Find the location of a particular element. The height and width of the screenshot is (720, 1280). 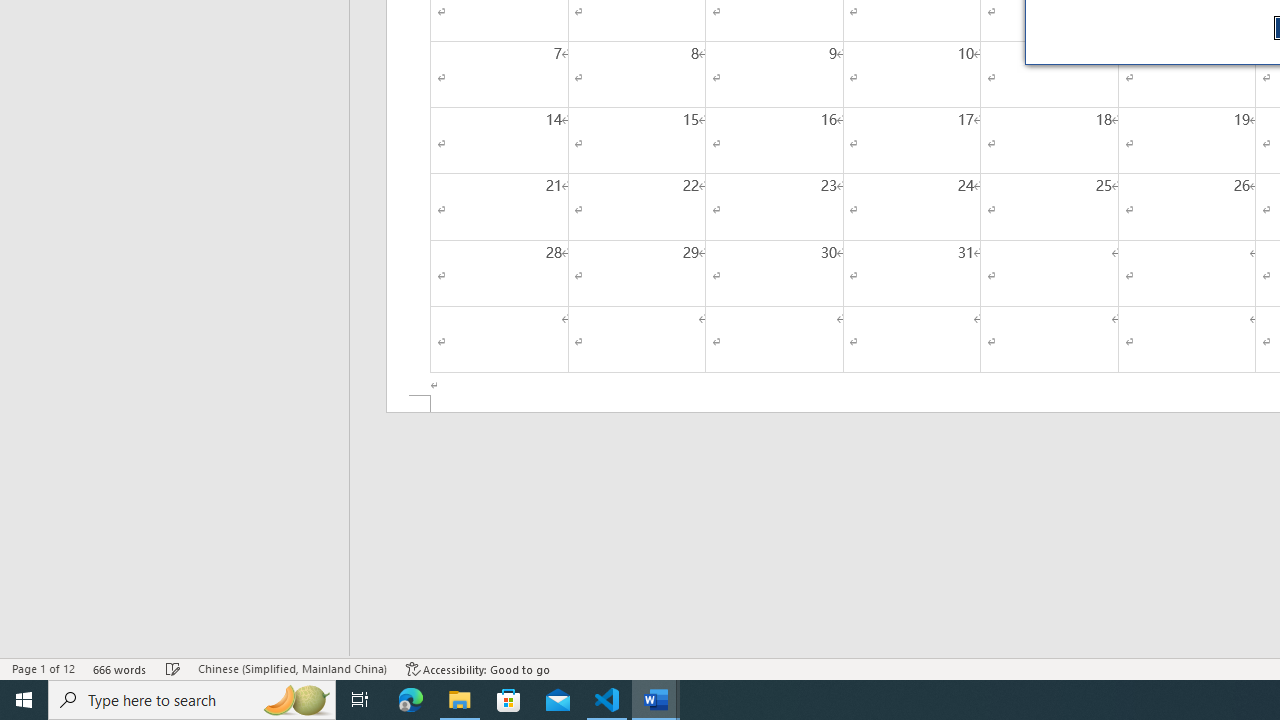

'File Explorer - 1 running window' is located at coordinates (459, 698).